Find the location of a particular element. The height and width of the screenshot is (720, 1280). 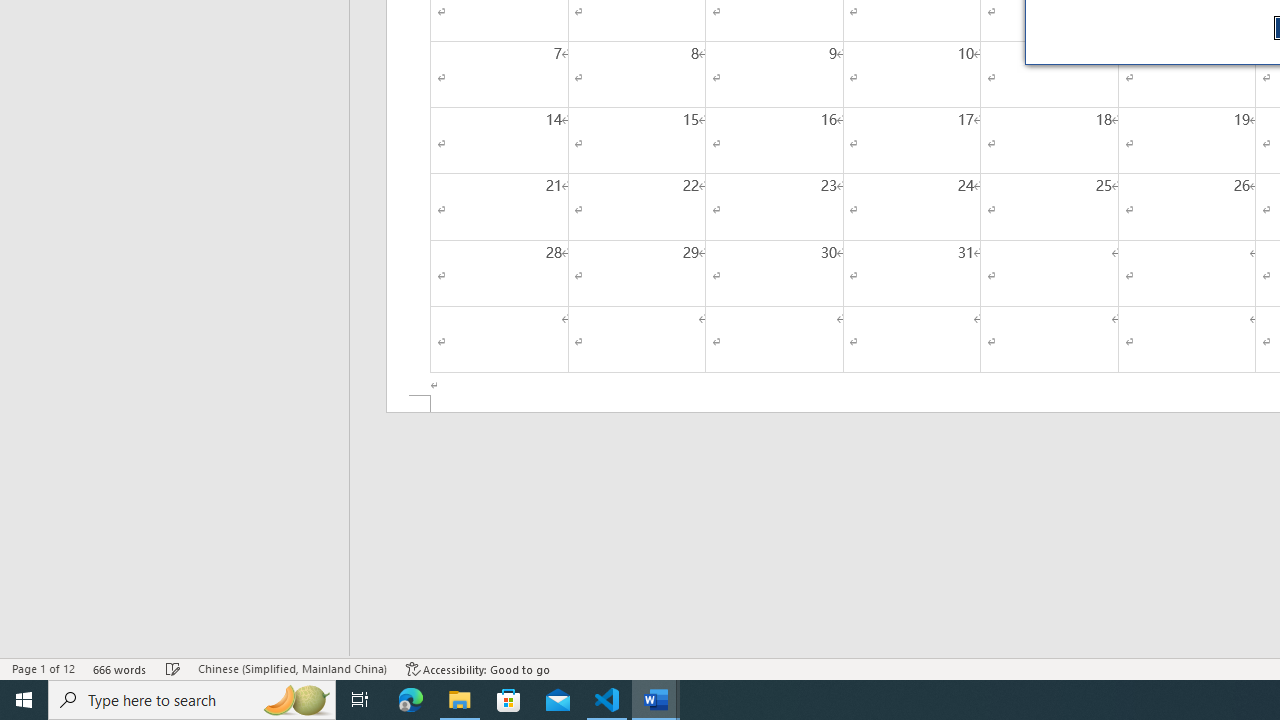

'File Explorer - 1 running window' is located at coordinates (459, 698).